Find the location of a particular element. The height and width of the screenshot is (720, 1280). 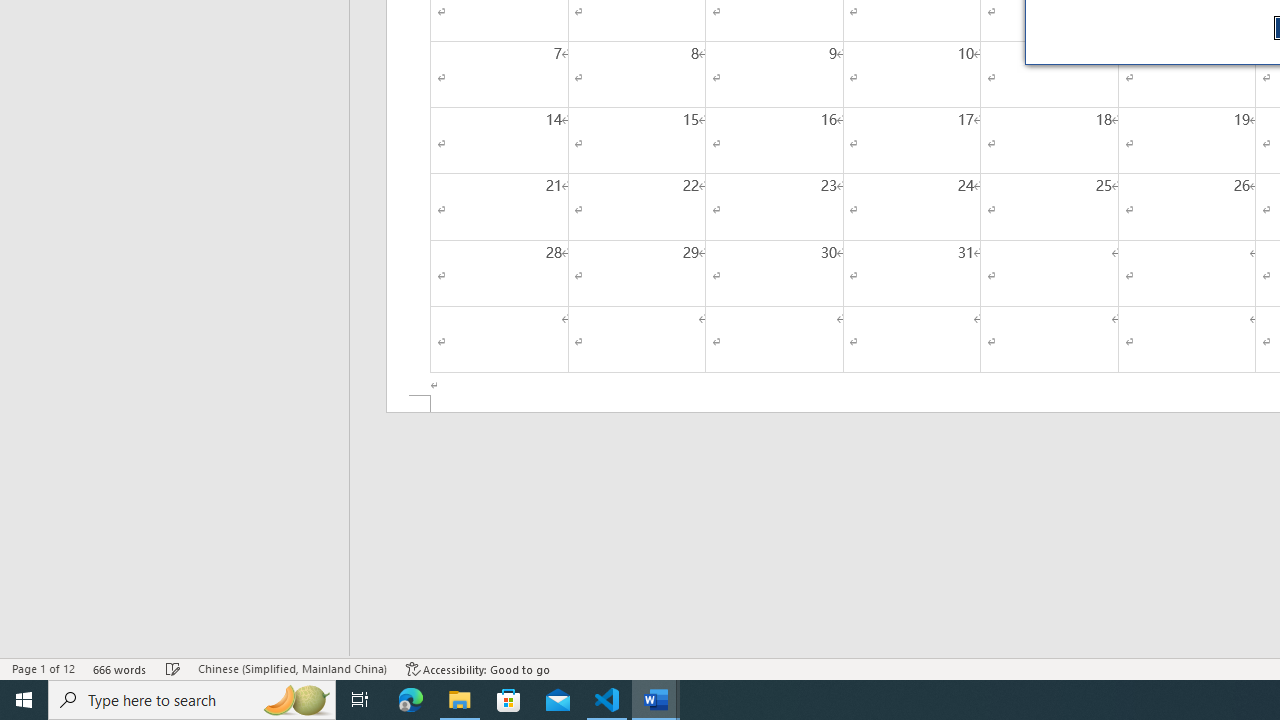

'File Explorer - 1 running window' is located at coordinates (459, 698).